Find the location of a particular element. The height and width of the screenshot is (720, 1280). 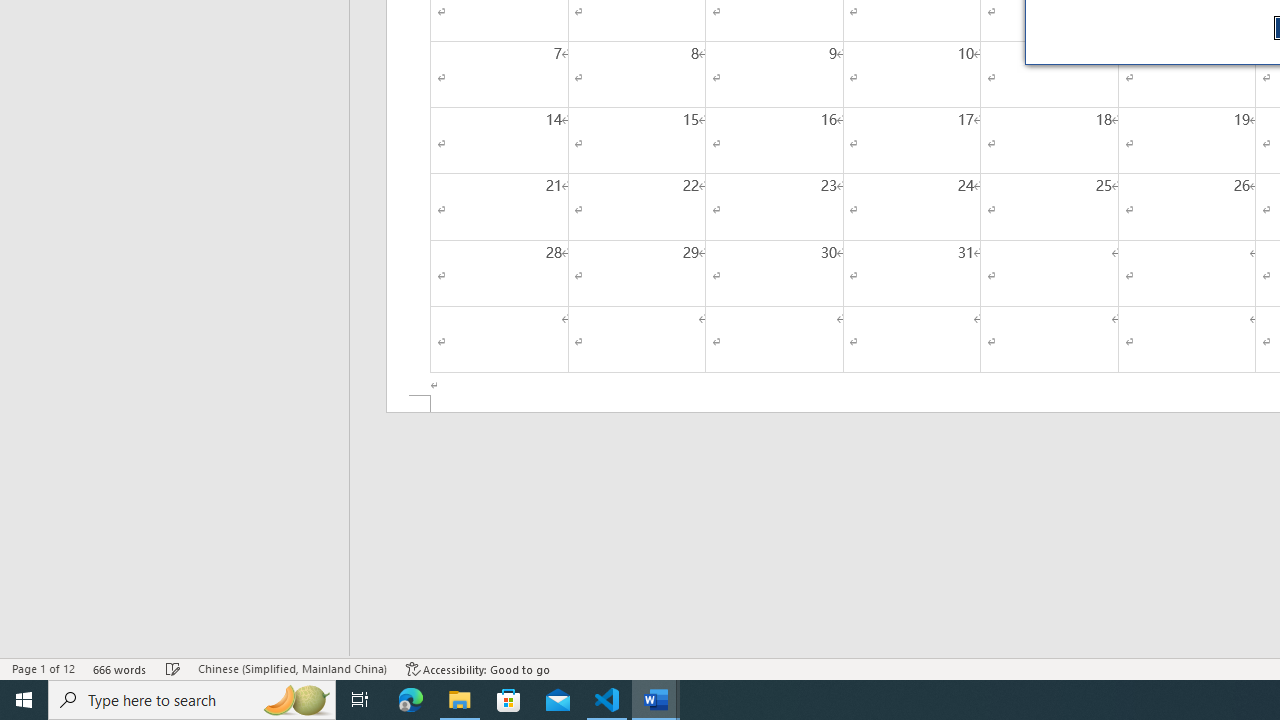

'File Explorer - 1 running window' is located at coordinates (459, 698).